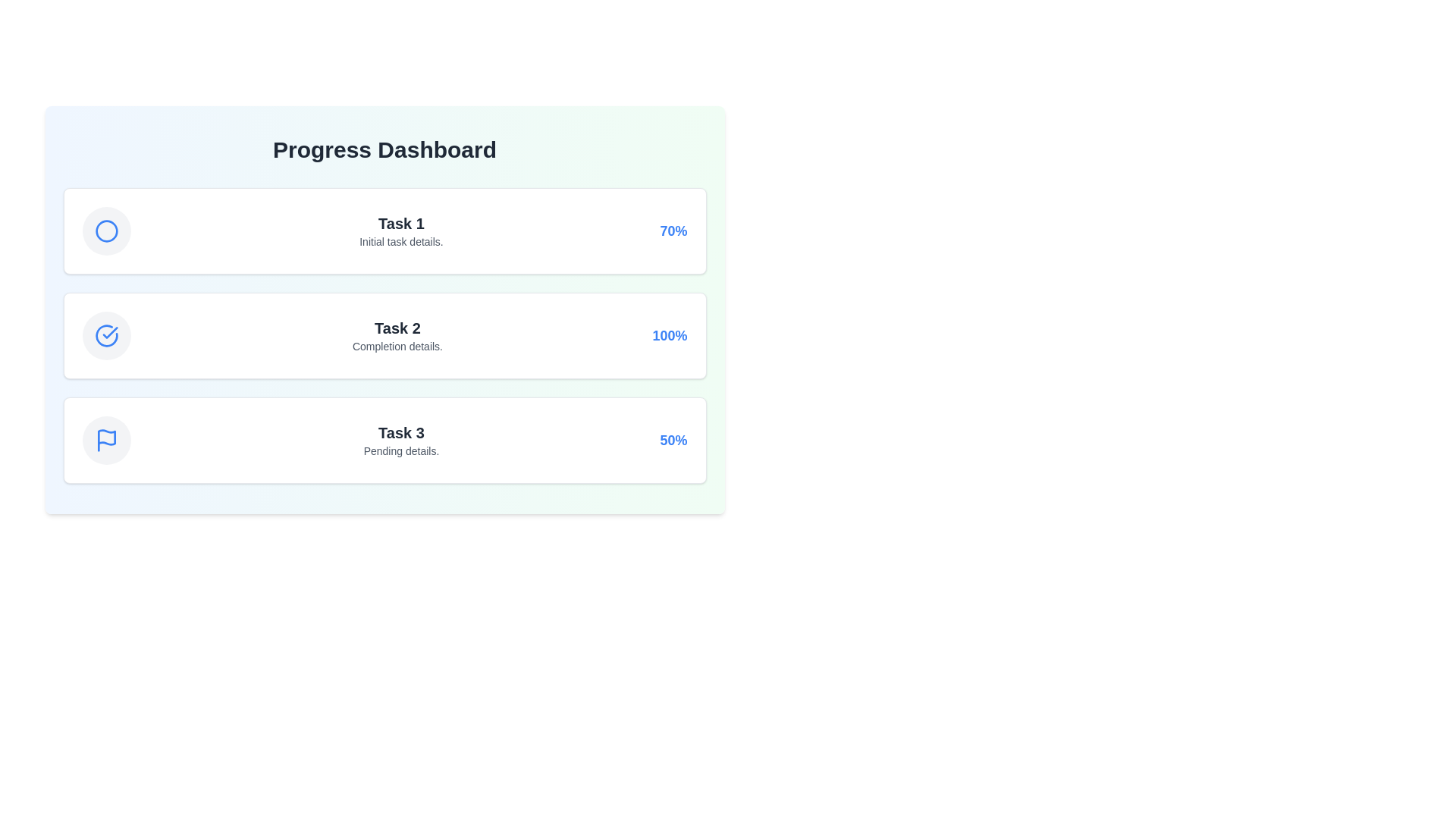  I want to click on a task card in the structured list component under the 'Progress Dashboard' heading, so click(384, 335).